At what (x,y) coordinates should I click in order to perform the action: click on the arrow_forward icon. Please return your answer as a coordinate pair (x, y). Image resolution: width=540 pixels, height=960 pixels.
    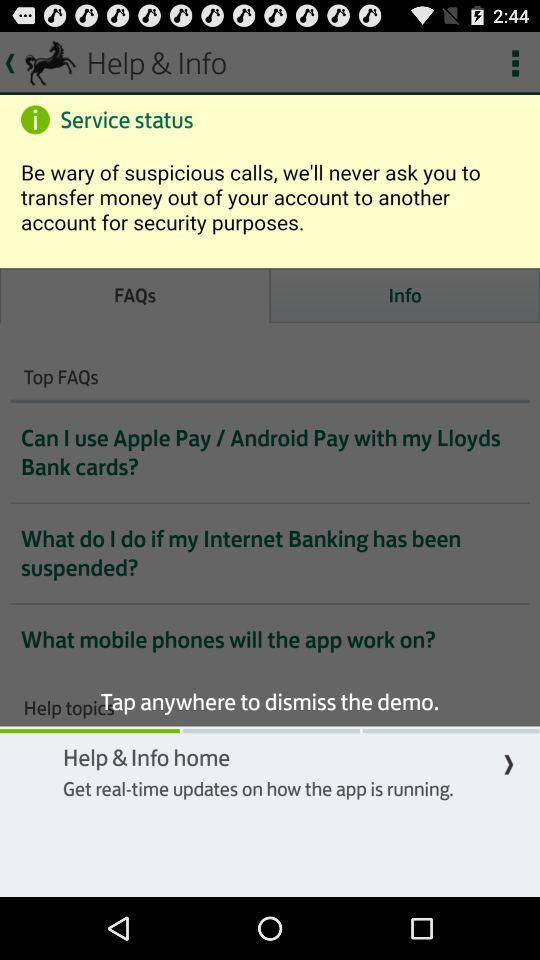
    Looking at the image, I should click on (508, 818).